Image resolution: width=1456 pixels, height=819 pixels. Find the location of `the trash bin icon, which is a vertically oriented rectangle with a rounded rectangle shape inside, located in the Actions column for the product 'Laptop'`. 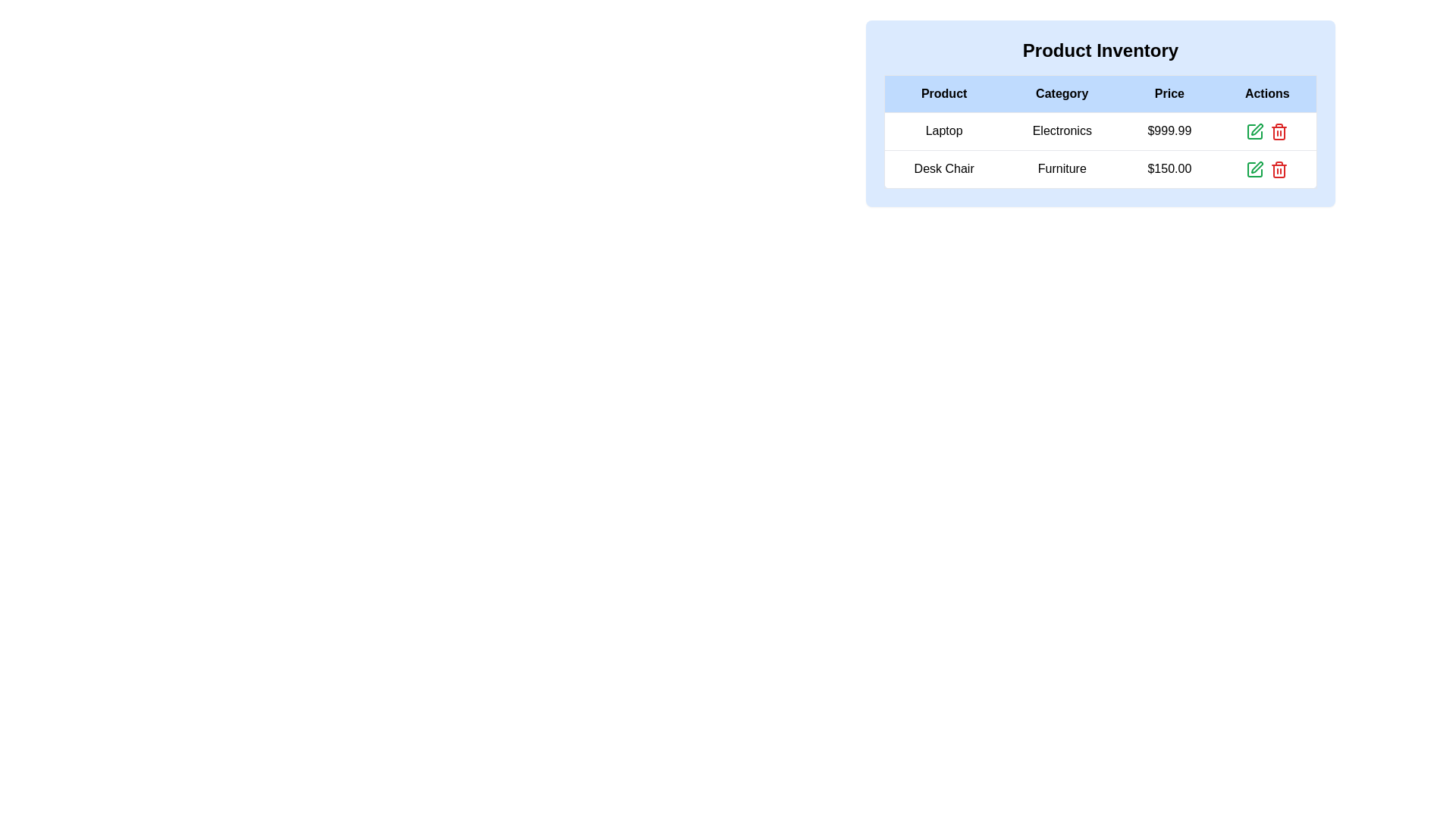

the trash bin icon, which is a vertically oriented rectangle with a rounded rectangle shape inside, located in the Actions column for the product 'Laptop' is located at coordinates (1279, 132).